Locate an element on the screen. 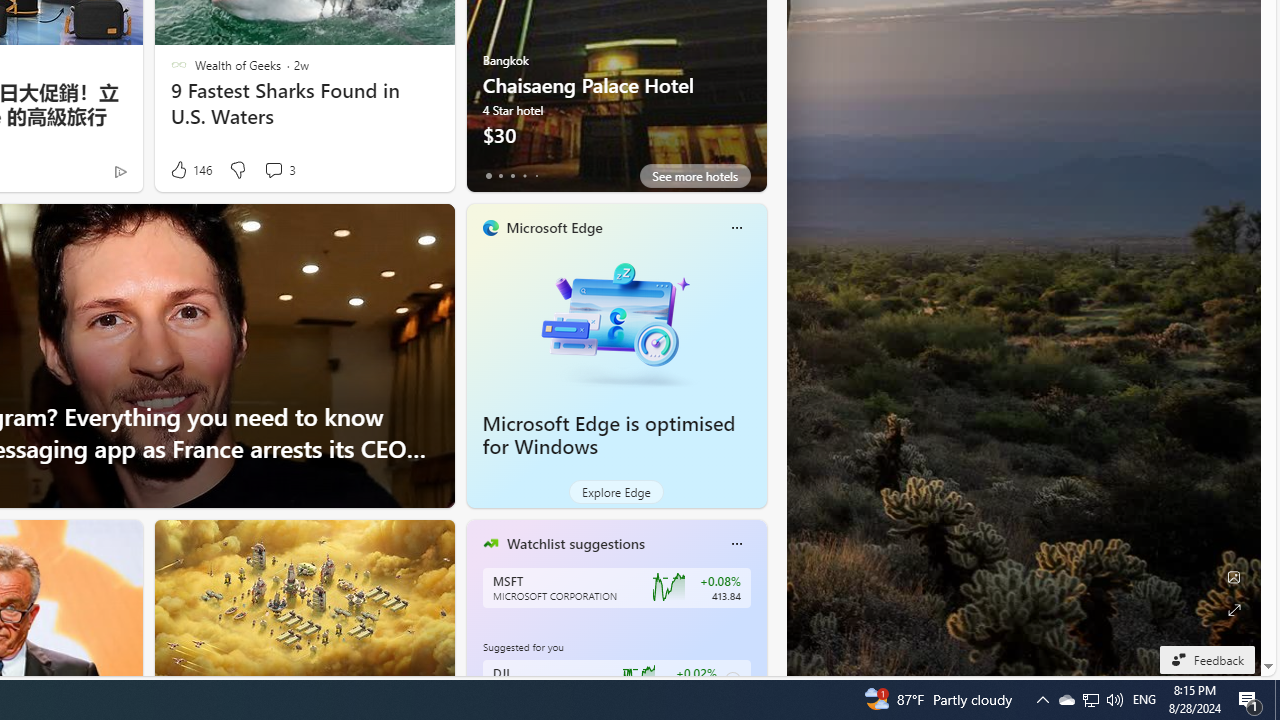 The image size is (1280, 720). 'Watchlist suggestions' is located at coordinates (574, 543).